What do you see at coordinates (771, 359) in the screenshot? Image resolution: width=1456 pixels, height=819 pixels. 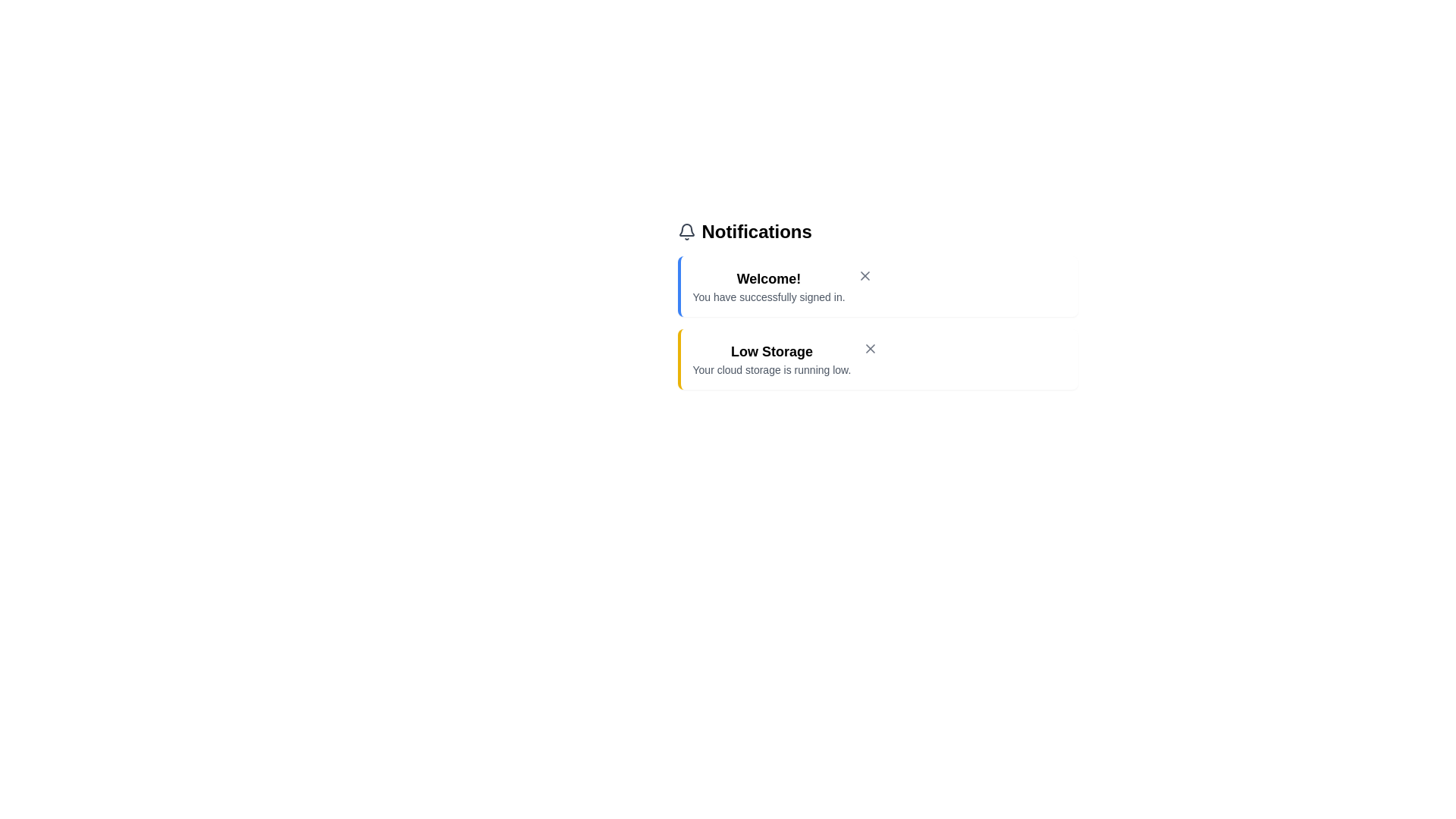 I see `low cloud storage notification, which is the second notification in the Notifications section, located directly beneath a similar blue-bordered notification` at bounding box center [771, 359].